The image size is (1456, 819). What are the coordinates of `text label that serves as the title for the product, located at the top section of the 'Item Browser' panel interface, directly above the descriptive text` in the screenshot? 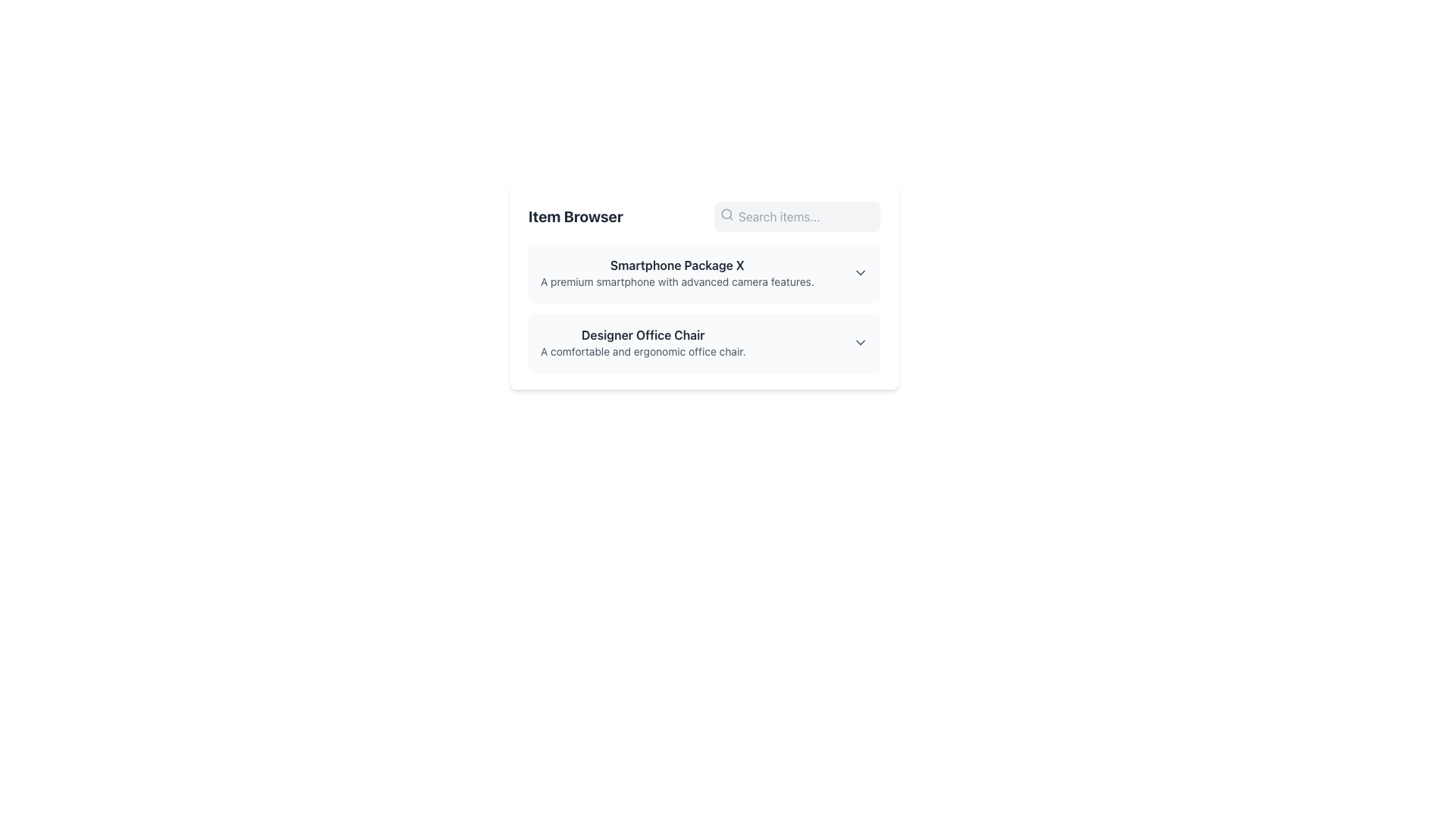 It's located at (676, 265).